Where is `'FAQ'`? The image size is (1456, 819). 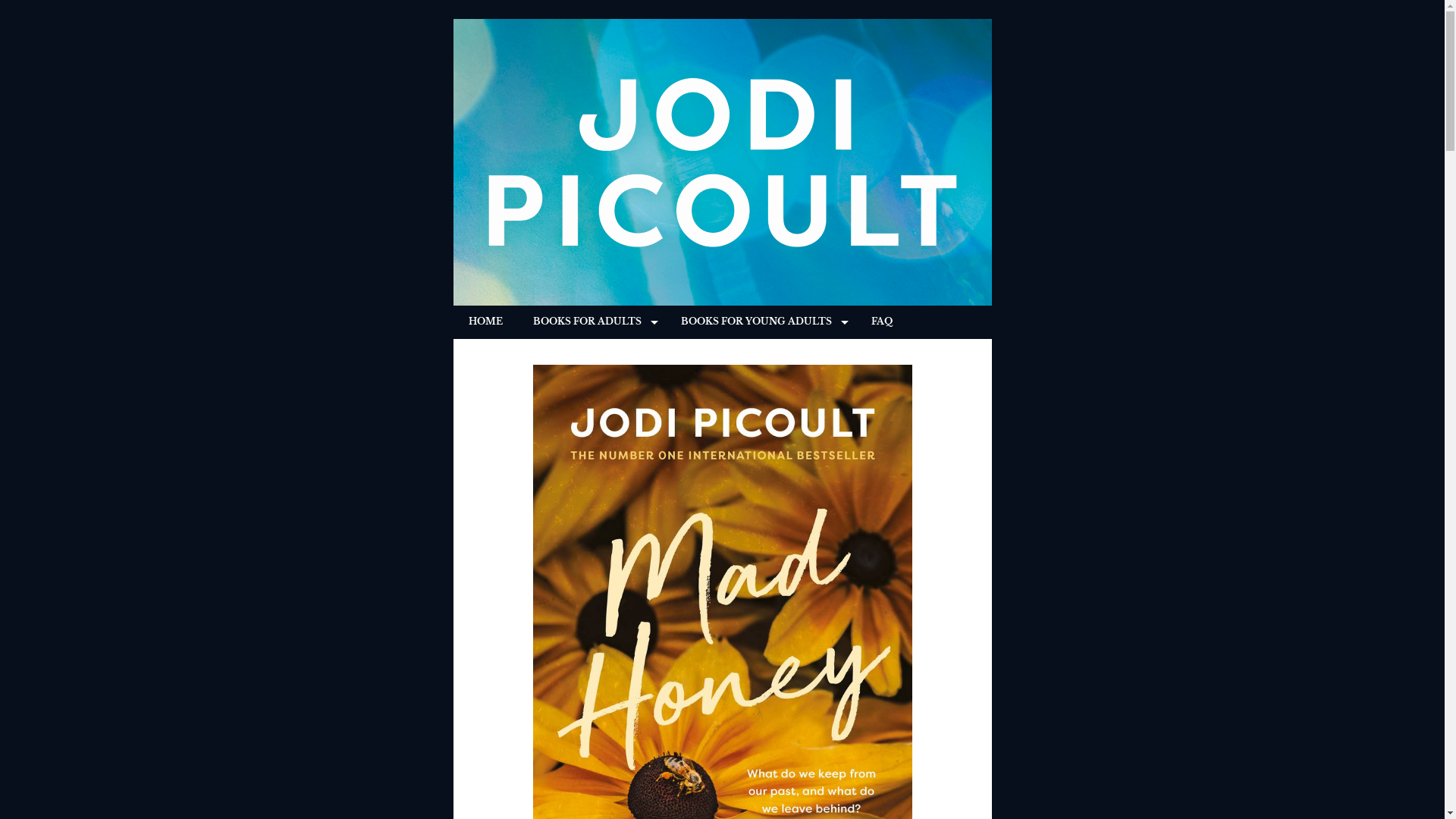
'FAQ' is located at coordinates (880, 321).